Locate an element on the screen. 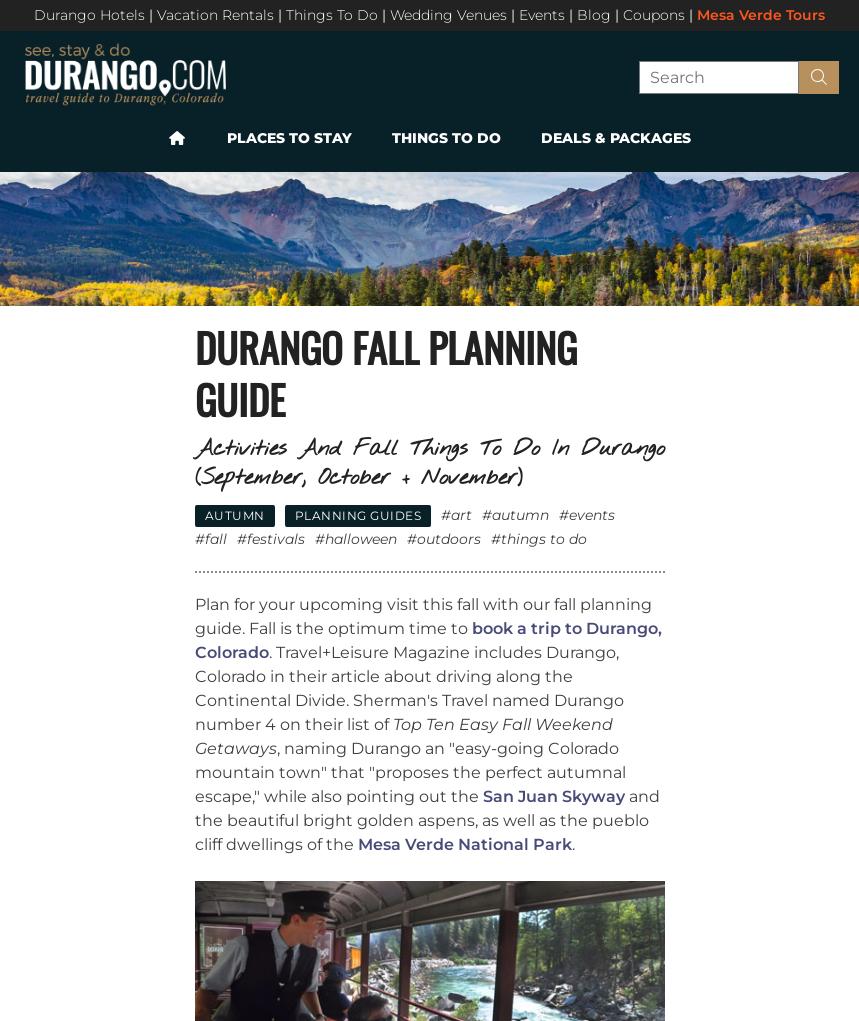 The height and width of the screenshot is (1021, 859). 'San Juan Skyway' is located at coordinates (481, 794).